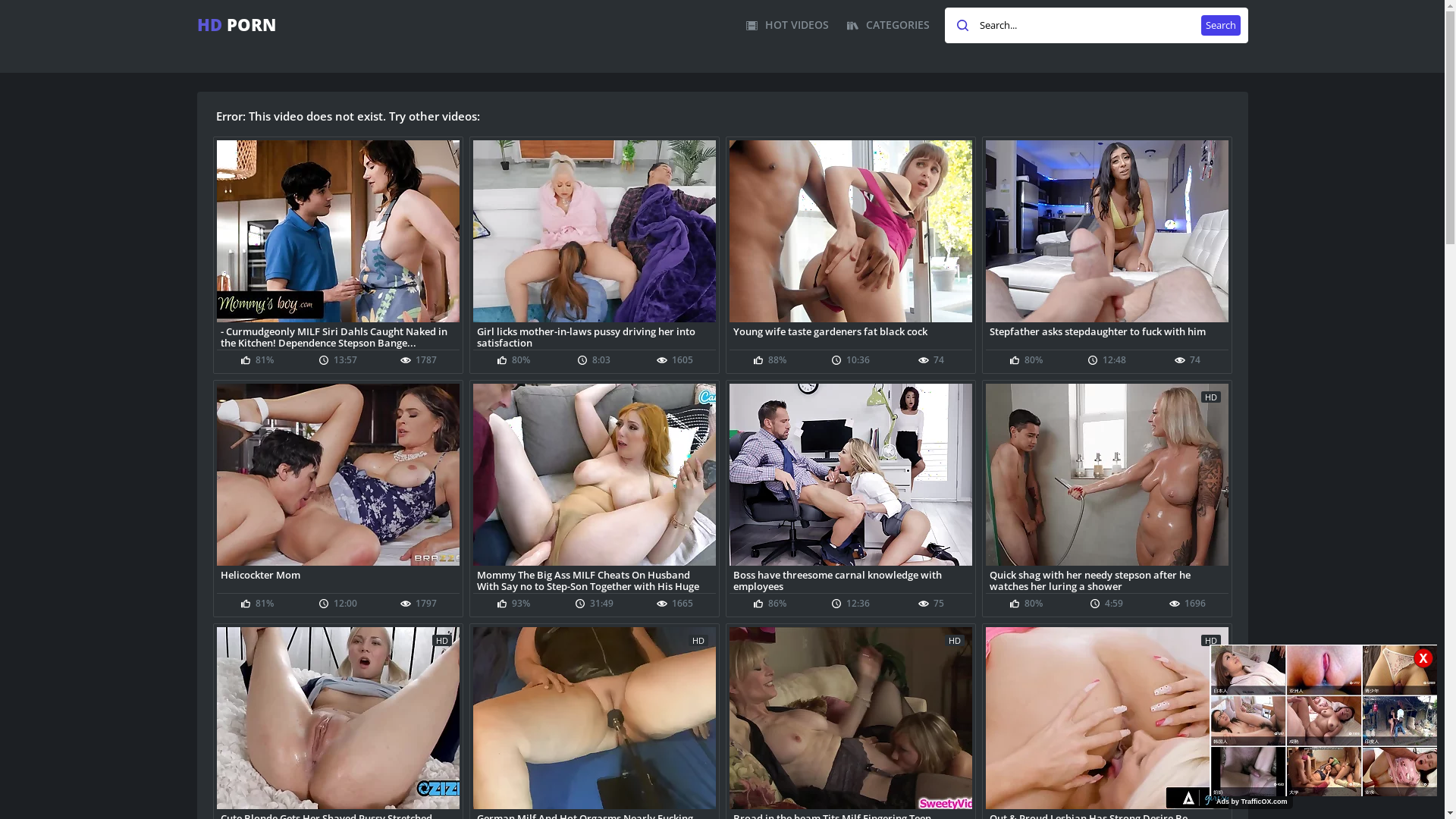  Describe the element at coordinates (745, 25) in the screenshot. I see `'HOT VIDEOS'` at that location.